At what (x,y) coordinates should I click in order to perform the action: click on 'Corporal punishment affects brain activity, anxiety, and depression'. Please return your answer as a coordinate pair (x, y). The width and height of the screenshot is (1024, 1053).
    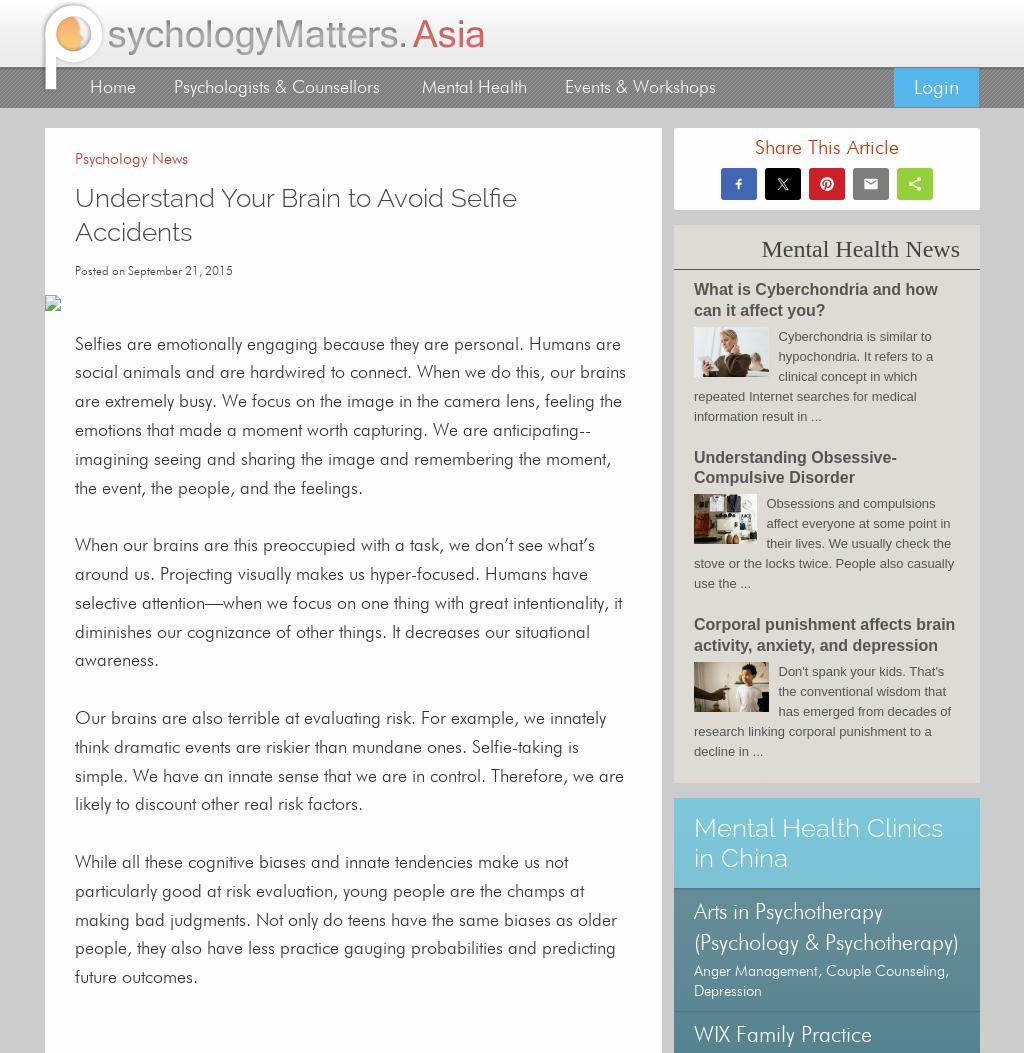
    Looking at the image, I should click on (823, 633).